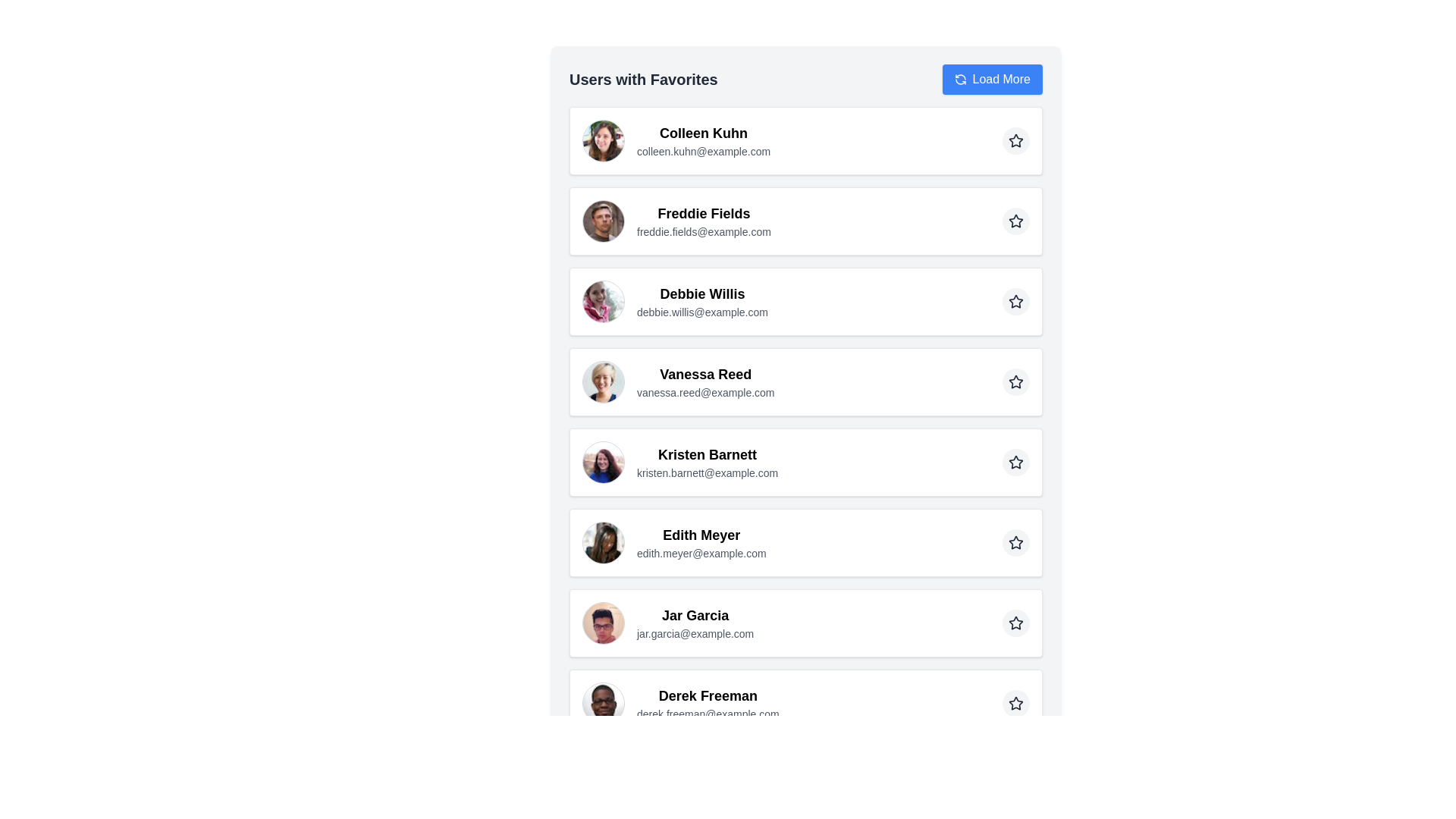  I want to click on the circular profile picture of the user, which is the fifth item, so click(603, 461).